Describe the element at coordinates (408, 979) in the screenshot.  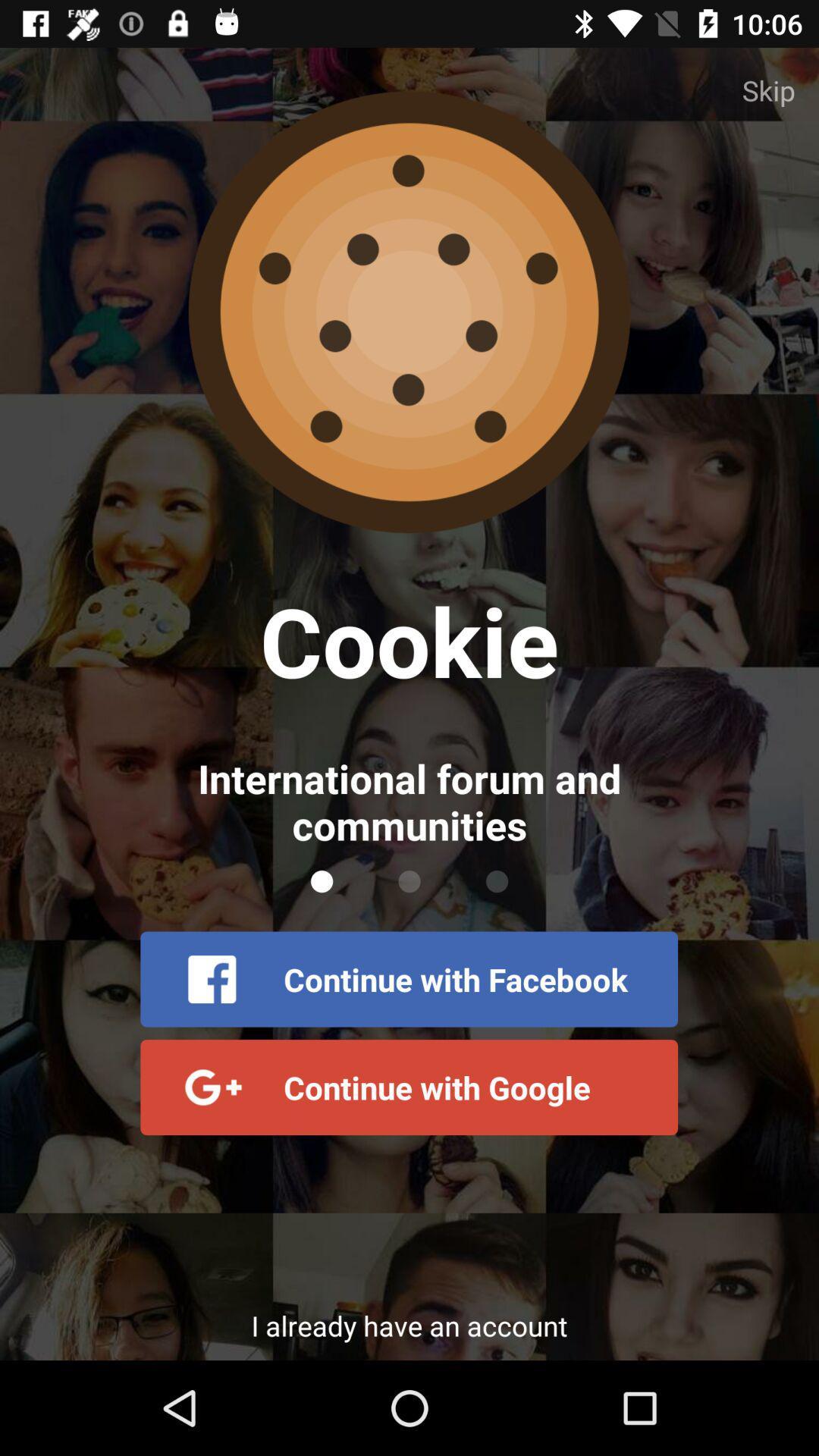
I see `continue with facebook` at that location.